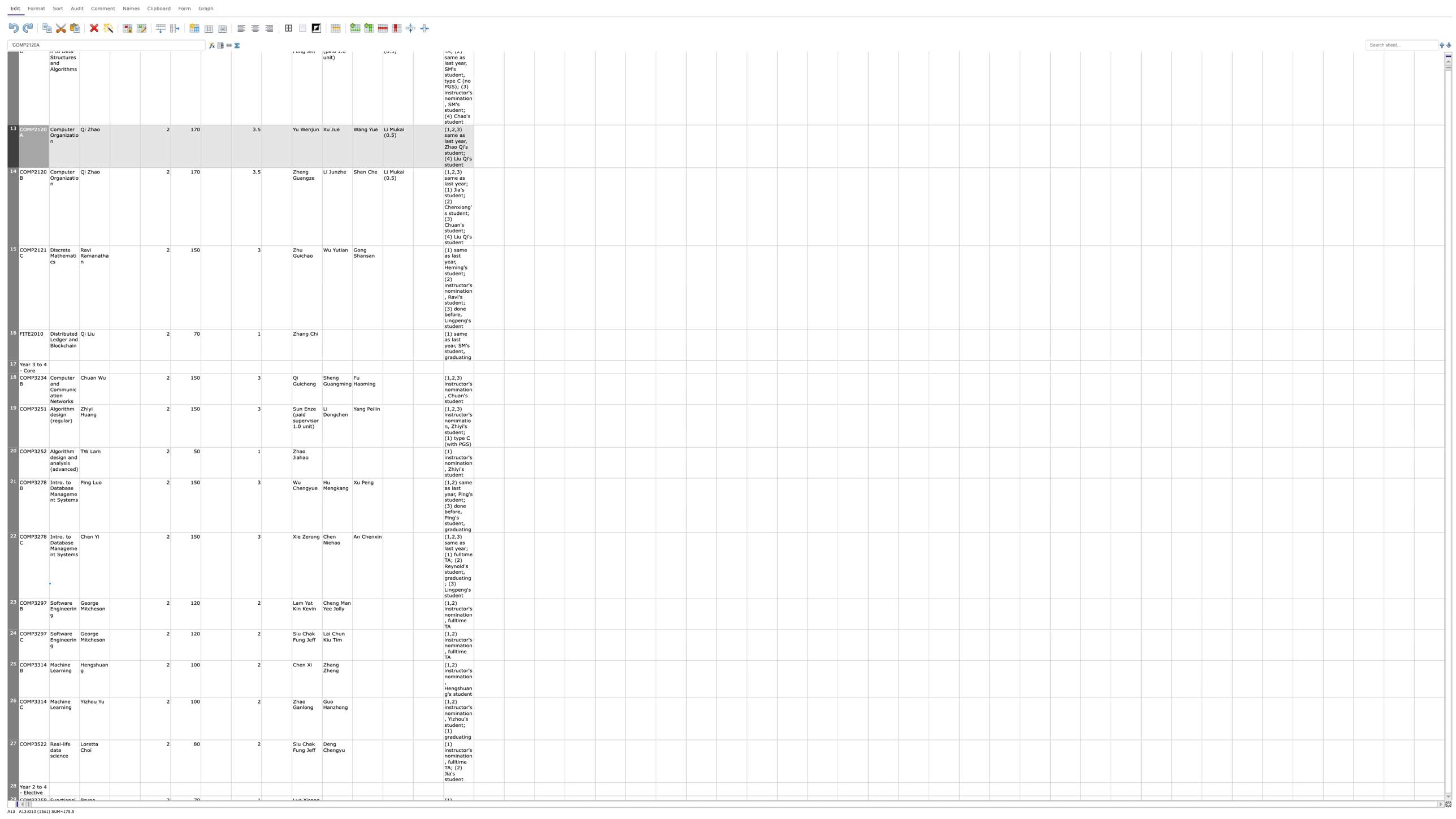 The width and height of the screenshot is (1456, 819). What do you see at coordinates (13, 661) in the screenshot?
I see `the resize handle of row 24` at bounding box center [13, 661].